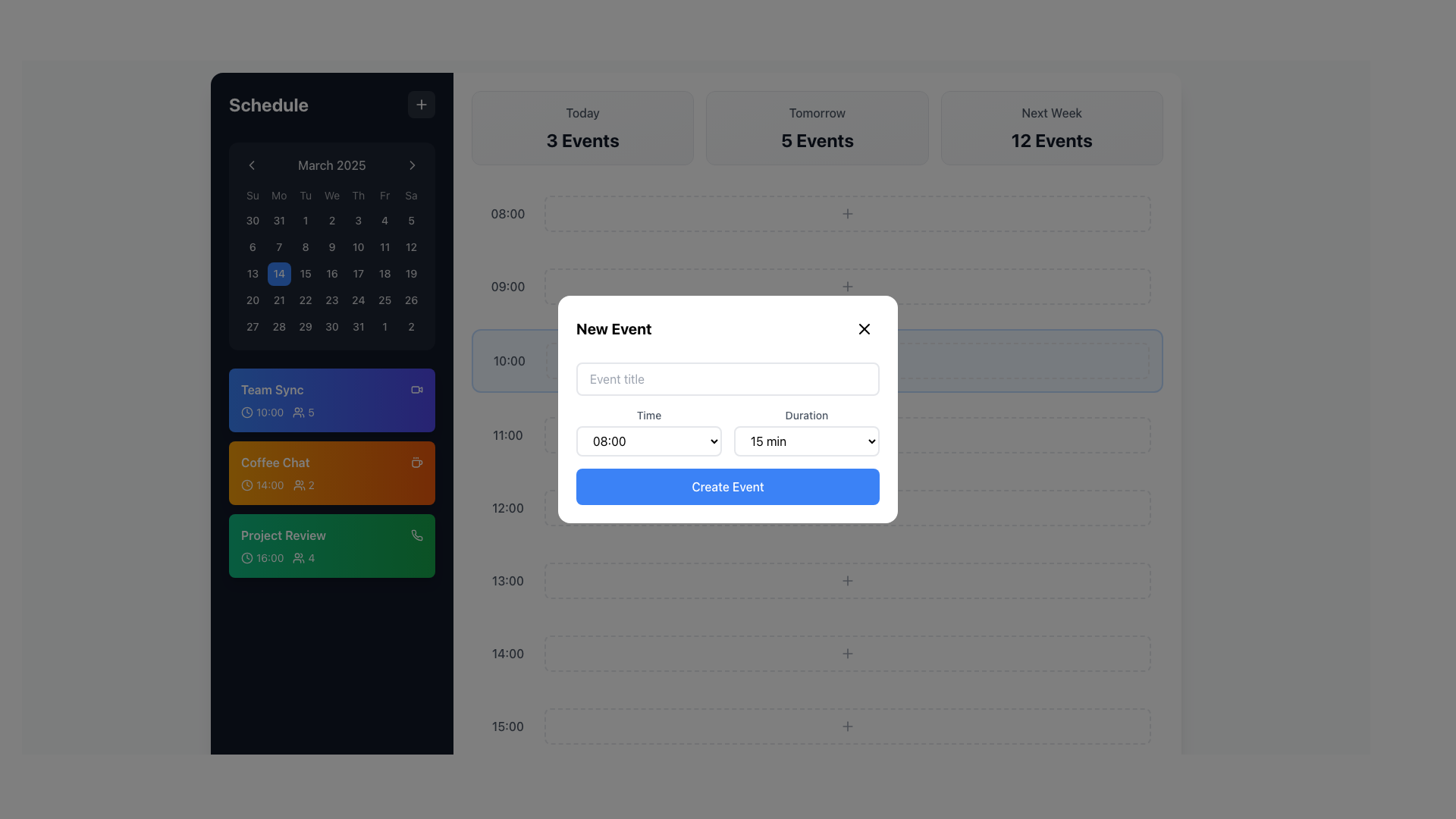 The image size is (1456, 819). I want to click on the button representing the 18th day of the month in the calendar, so click(384, 274).